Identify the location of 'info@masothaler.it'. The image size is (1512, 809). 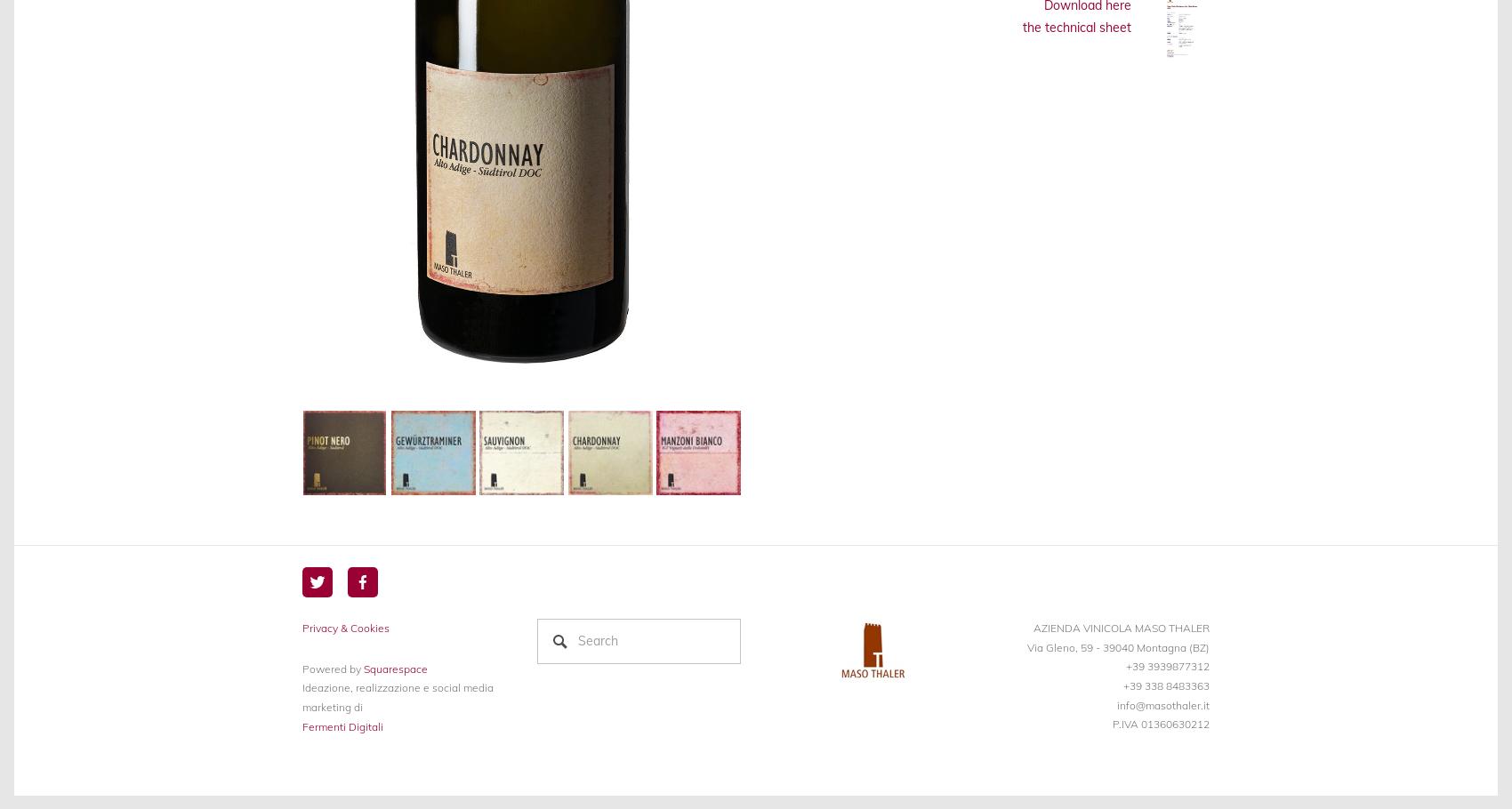
(1162, 703).